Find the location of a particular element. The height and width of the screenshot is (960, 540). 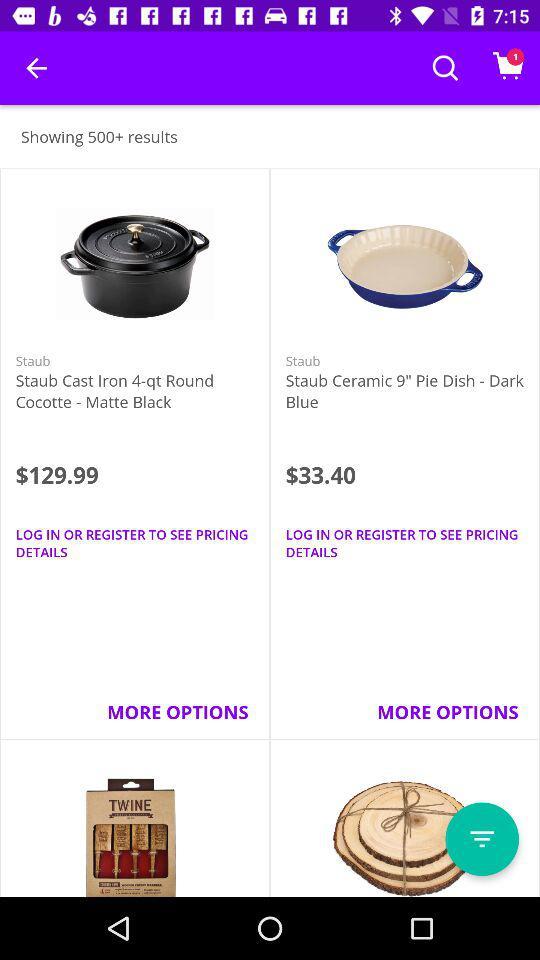

cart button is located at coordinates (508, 68).